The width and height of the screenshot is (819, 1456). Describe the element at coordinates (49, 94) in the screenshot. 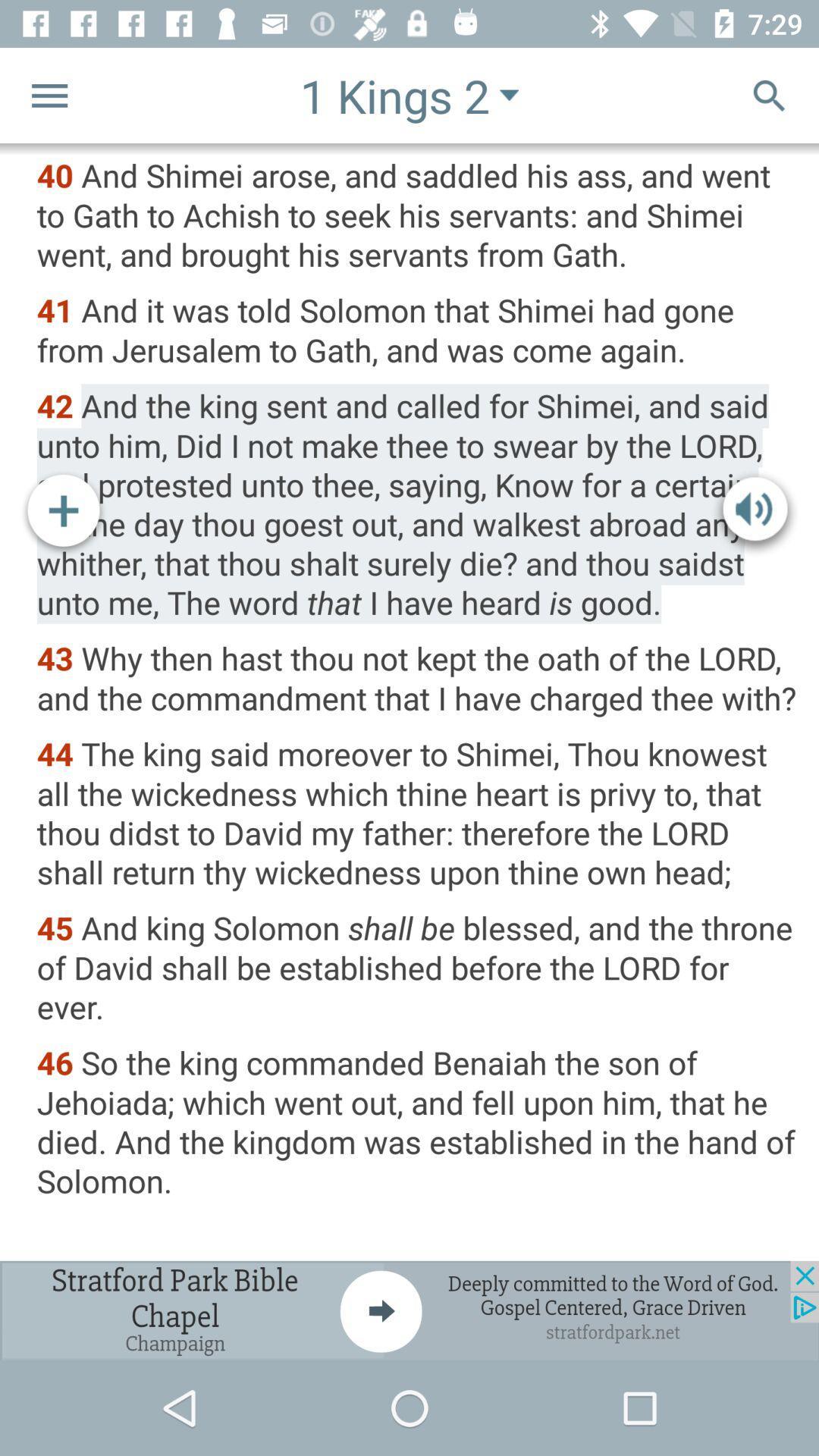

I see `menu button` at that location.